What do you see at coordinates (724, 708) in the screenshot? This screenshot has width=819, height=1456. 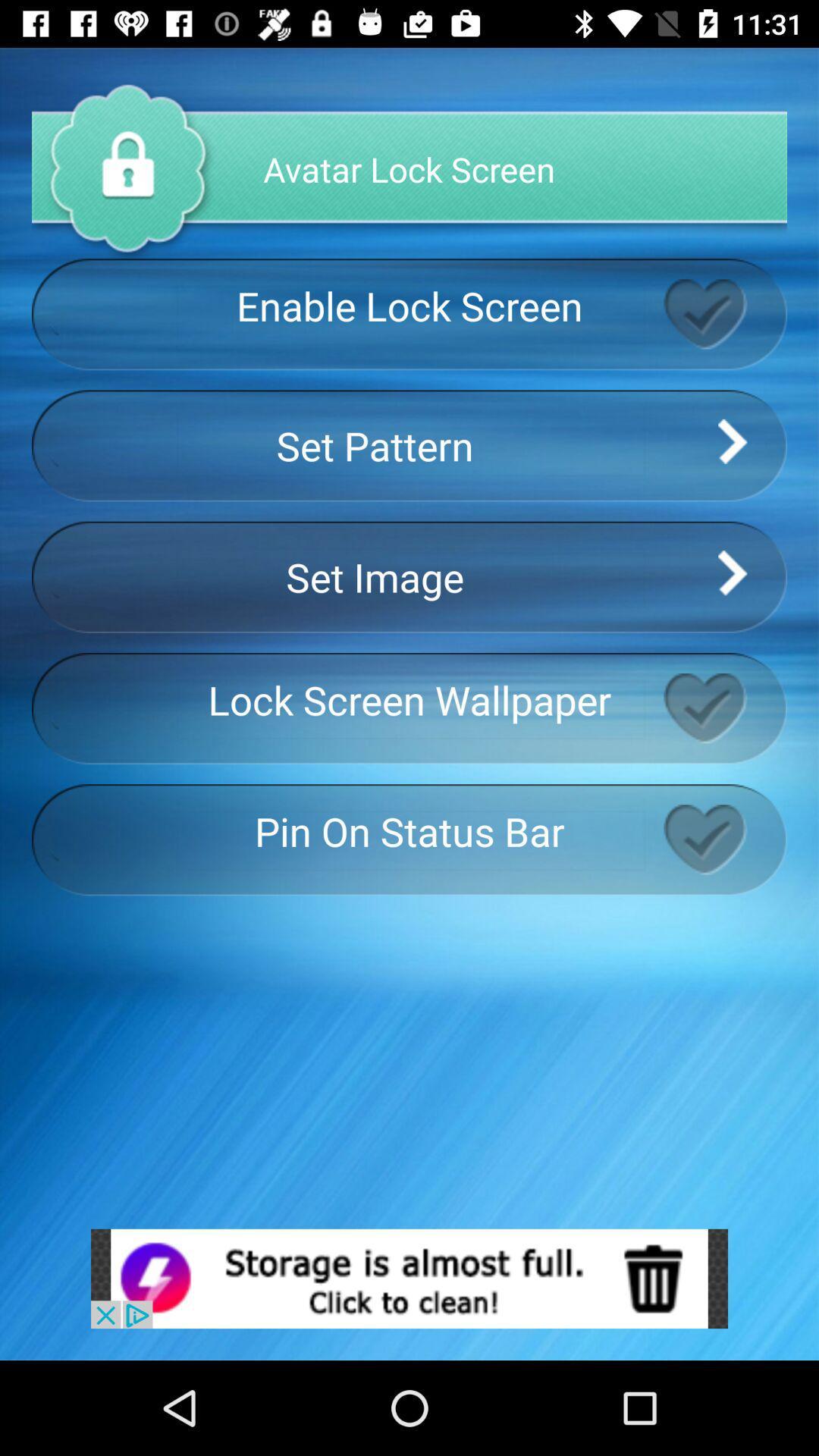 I see `click the tick box` at bounding box center [724, 708].